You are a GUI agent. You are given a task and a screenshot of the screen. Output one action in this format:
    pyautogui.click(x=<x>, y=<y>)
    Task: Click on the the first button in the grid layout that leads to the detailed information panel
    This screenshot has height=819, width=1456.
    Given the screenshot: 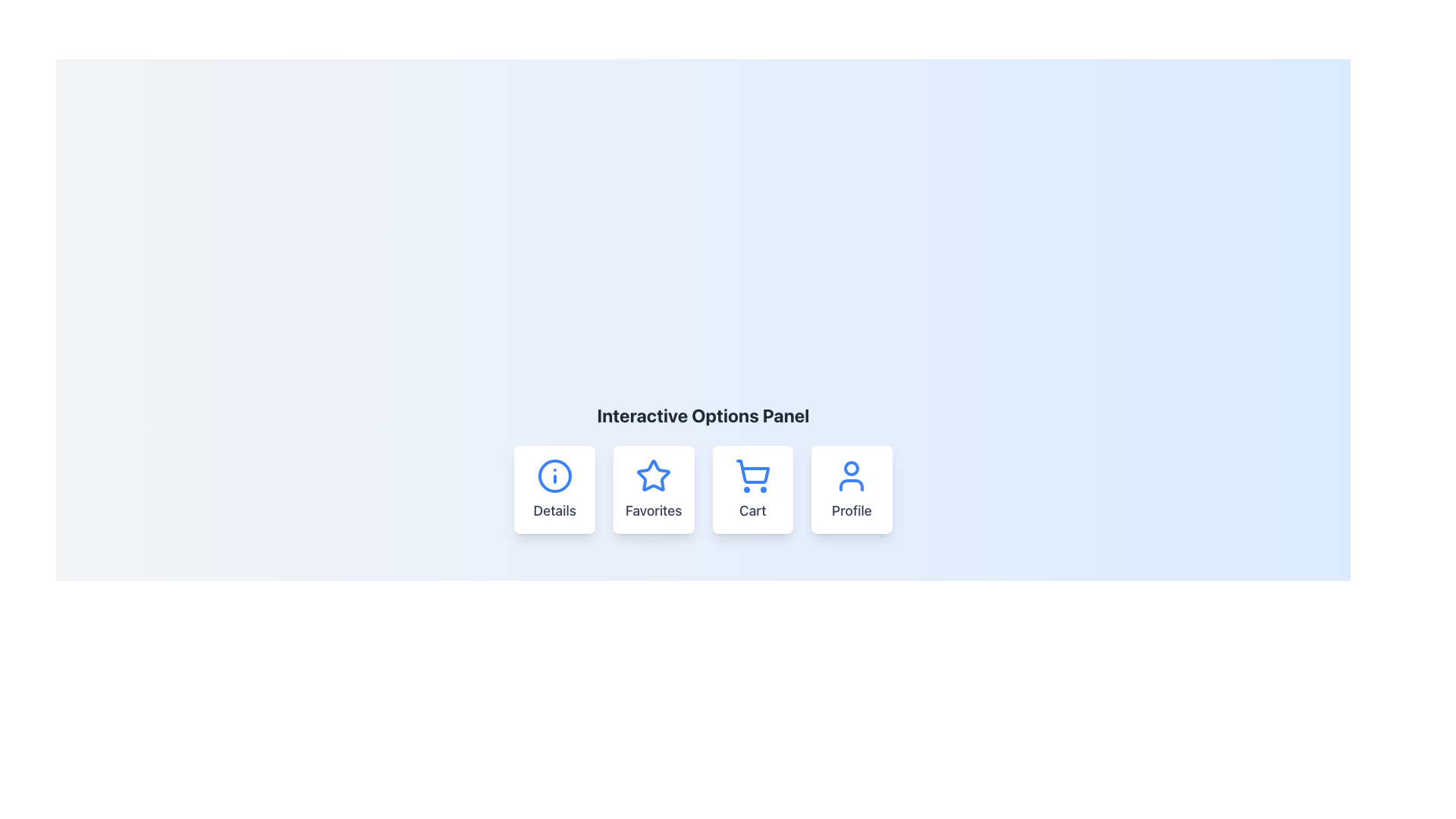 What is the action you would take?
    pyautogui.click(x=554, y=489)
    